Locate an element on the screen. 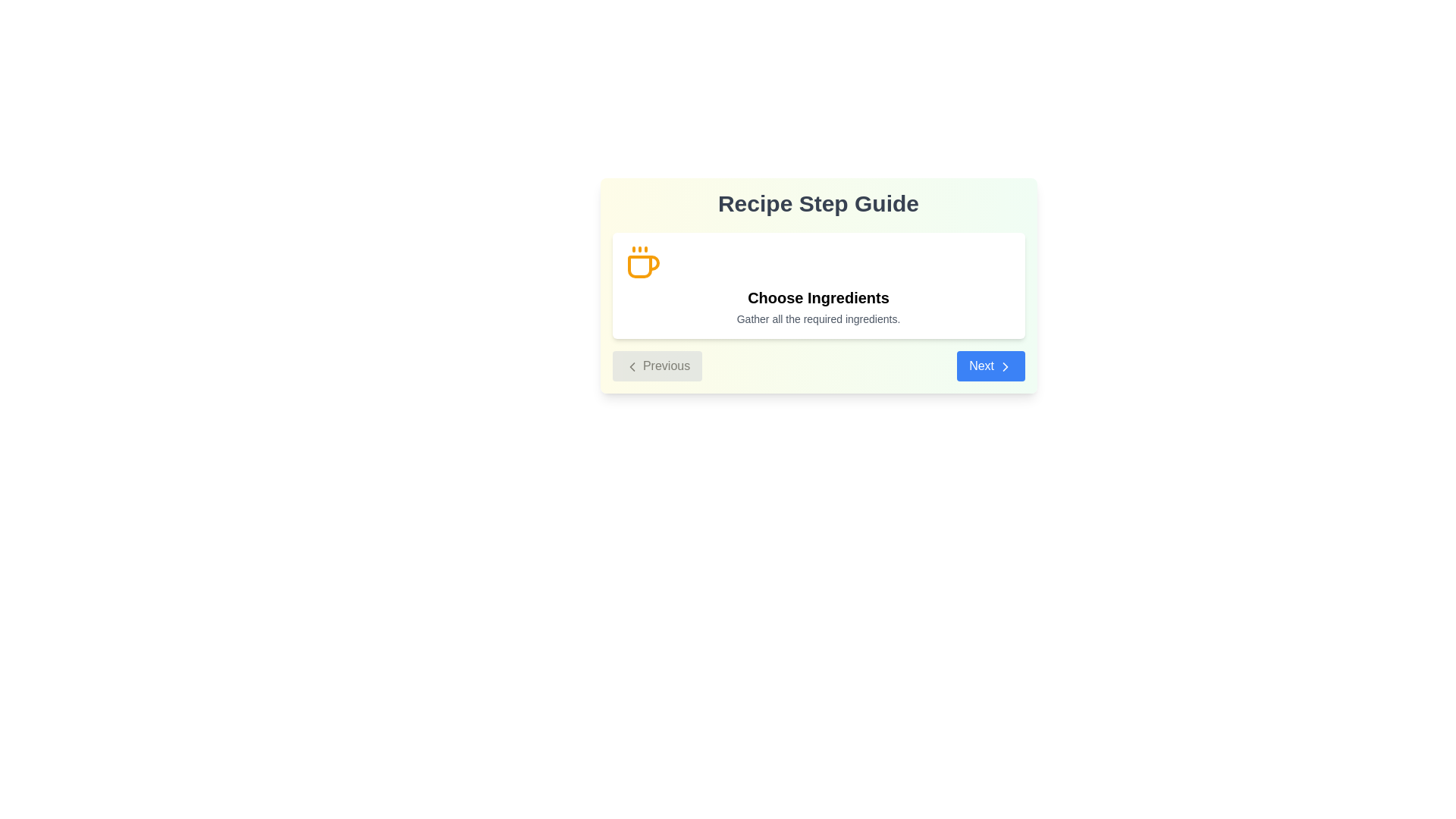  the 'Previous' button, which is a rectangular button with a light gray background and rounded corners, containing the text 'Previous' and a left-pointing chevron icon, located on the left side of the bottom navigation area is located at coordinates (657, 366).